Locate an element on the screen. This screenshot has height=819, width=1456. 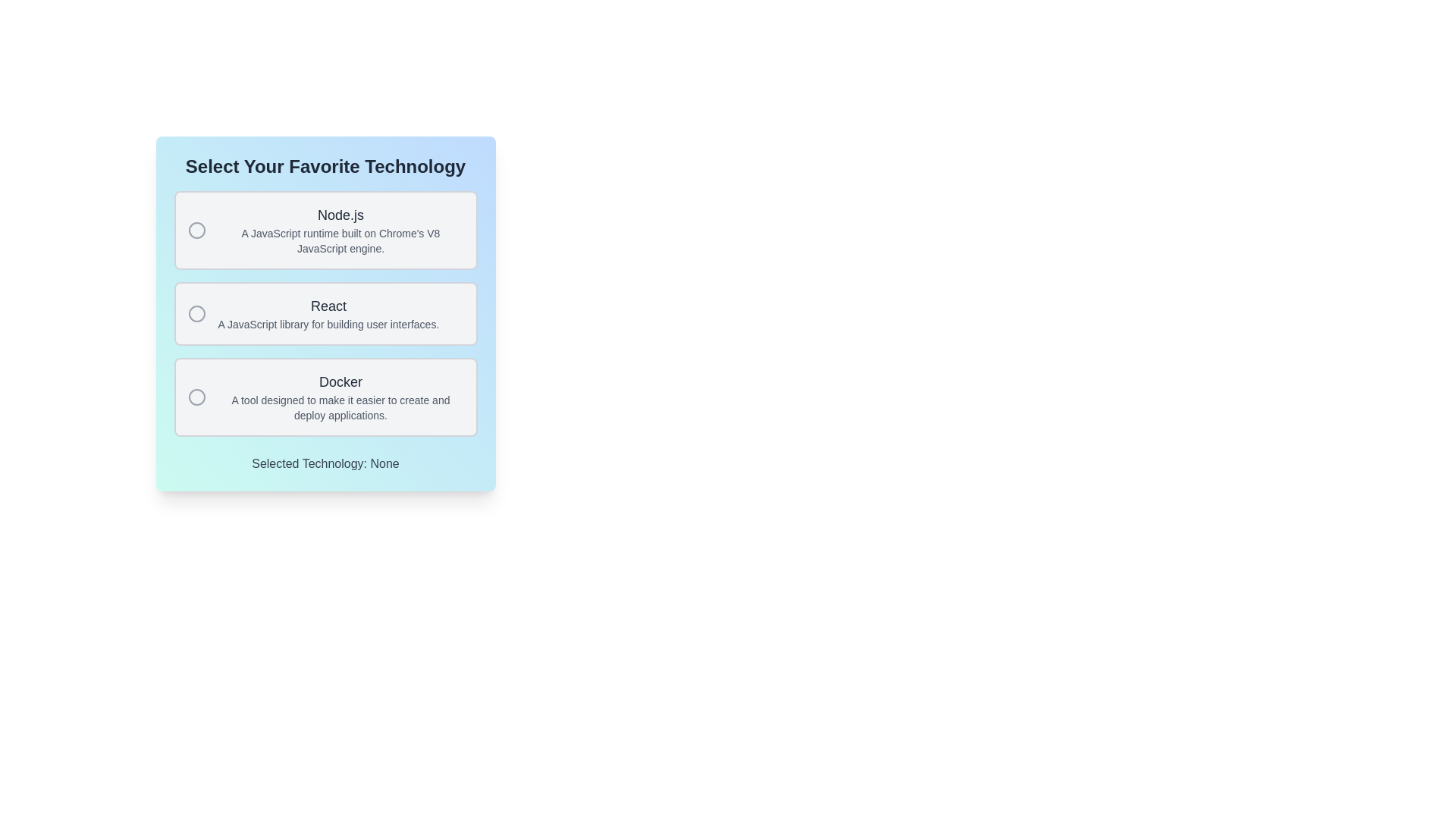
the circular radio button with a gray border and white inner circle located to the left of the label 'Docker' is located at coordinates (196, 397).